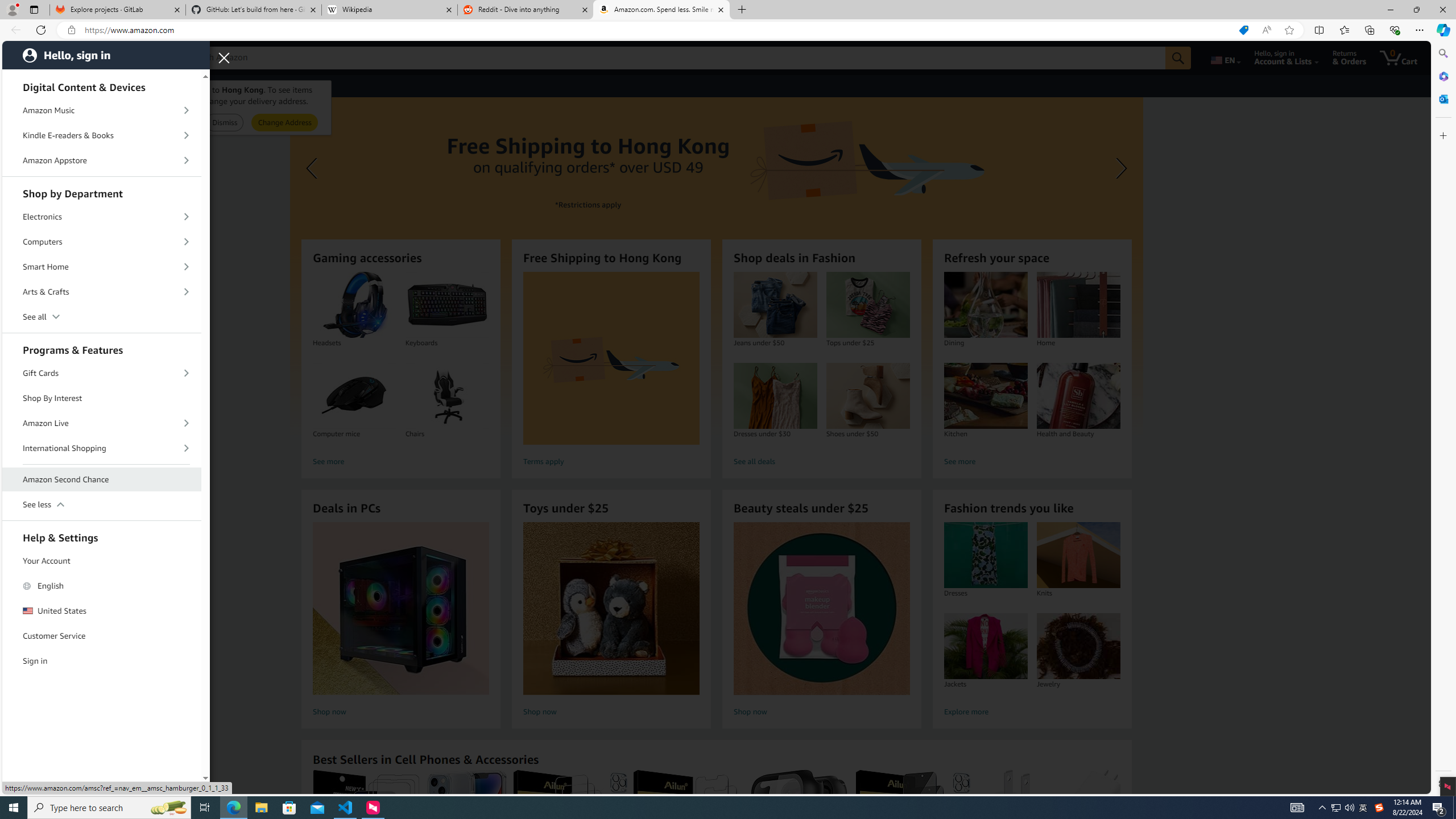 This screenshot has height=819, width=1456. I want to click on 'Shop By Interest', so click(102, 398).